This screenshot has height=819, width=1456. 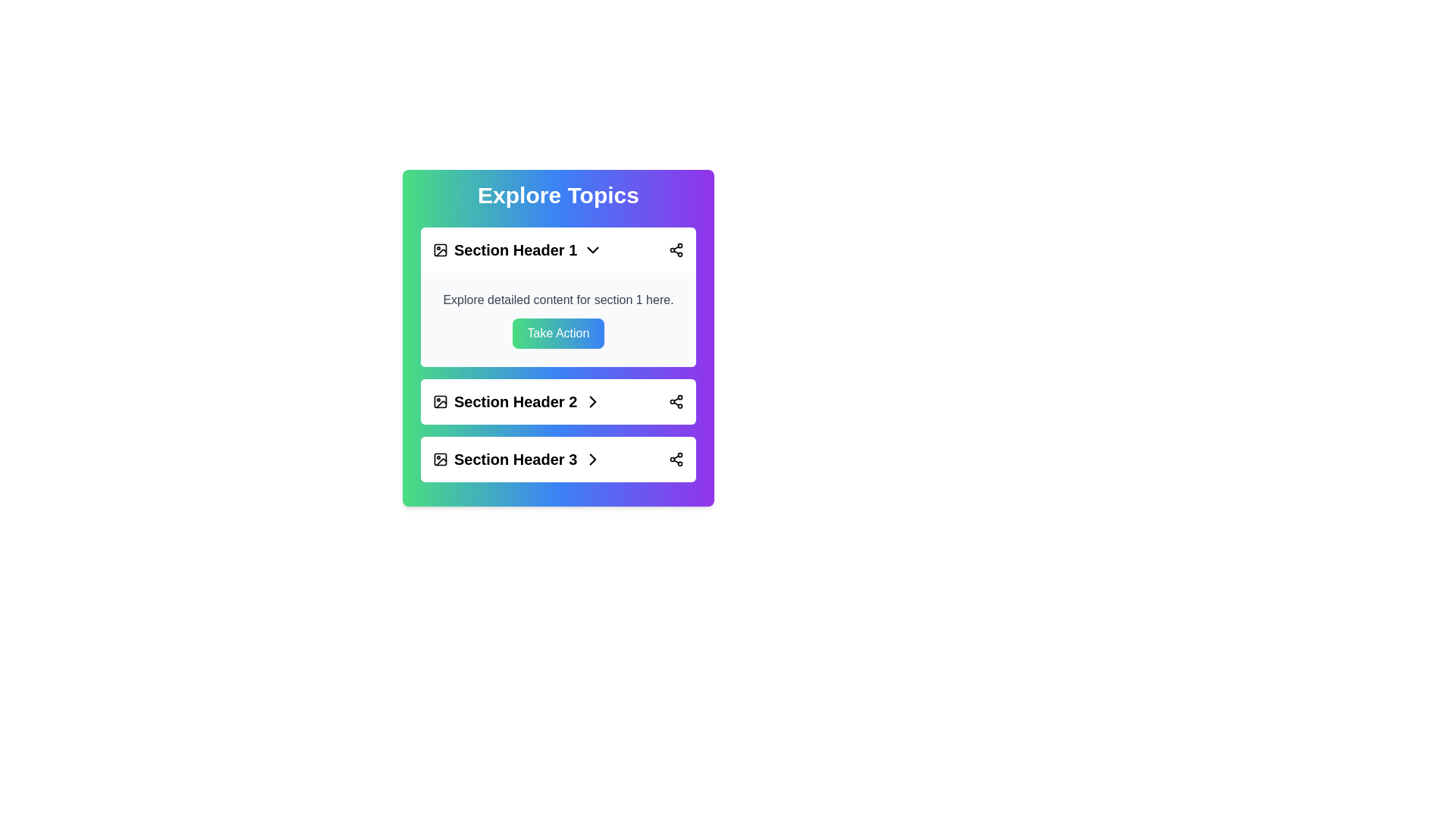 I want to click on the Interactive Header labeled 'Section Header 3', so click(x=557, y=458).